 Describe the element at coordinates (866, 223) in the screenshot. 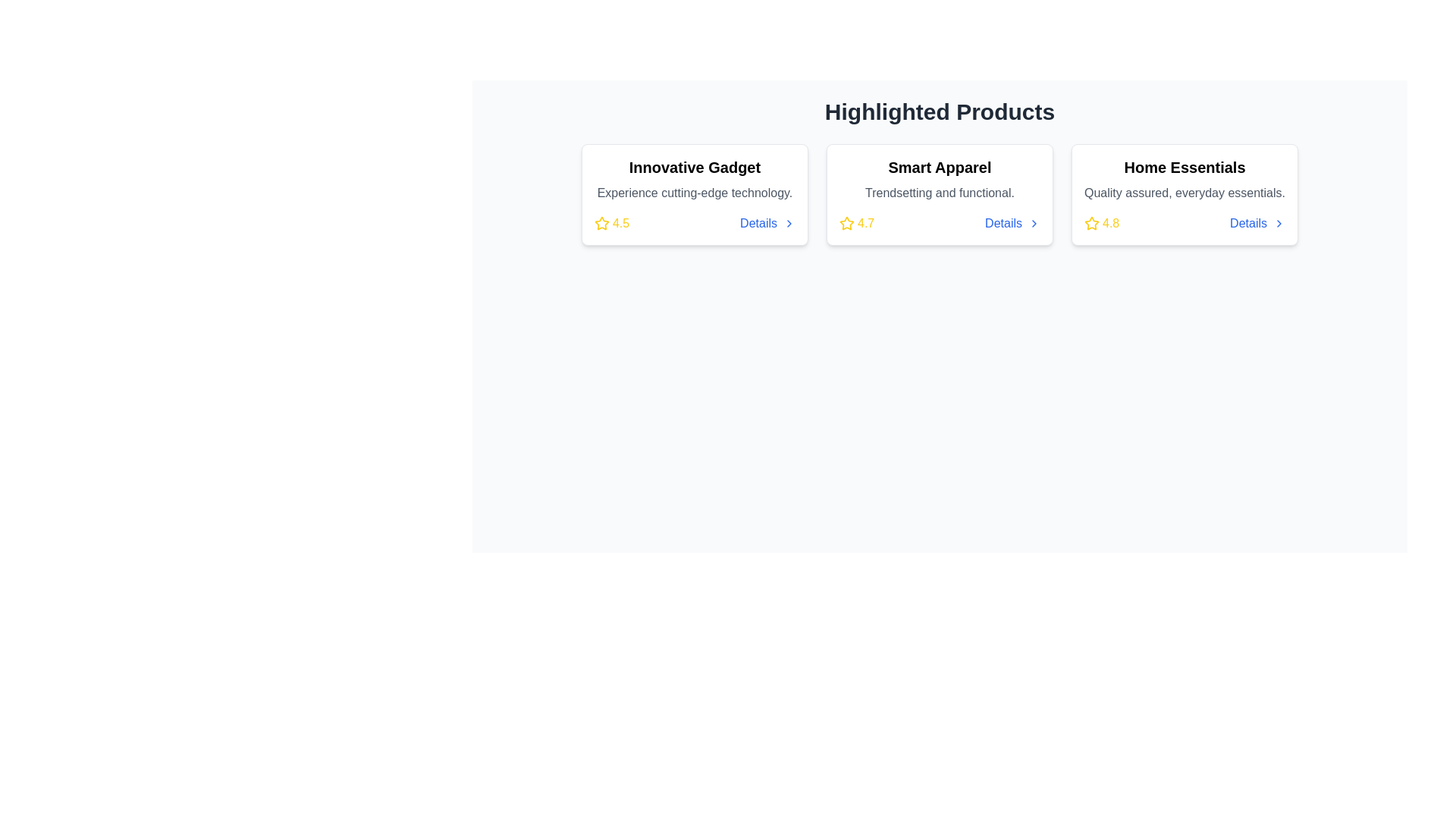

I see `numeric rating '4.7' displayed in the yellow text label located in the middle panel labeled 'Smart Apparel', positioned to the right of the star icon` at that location.